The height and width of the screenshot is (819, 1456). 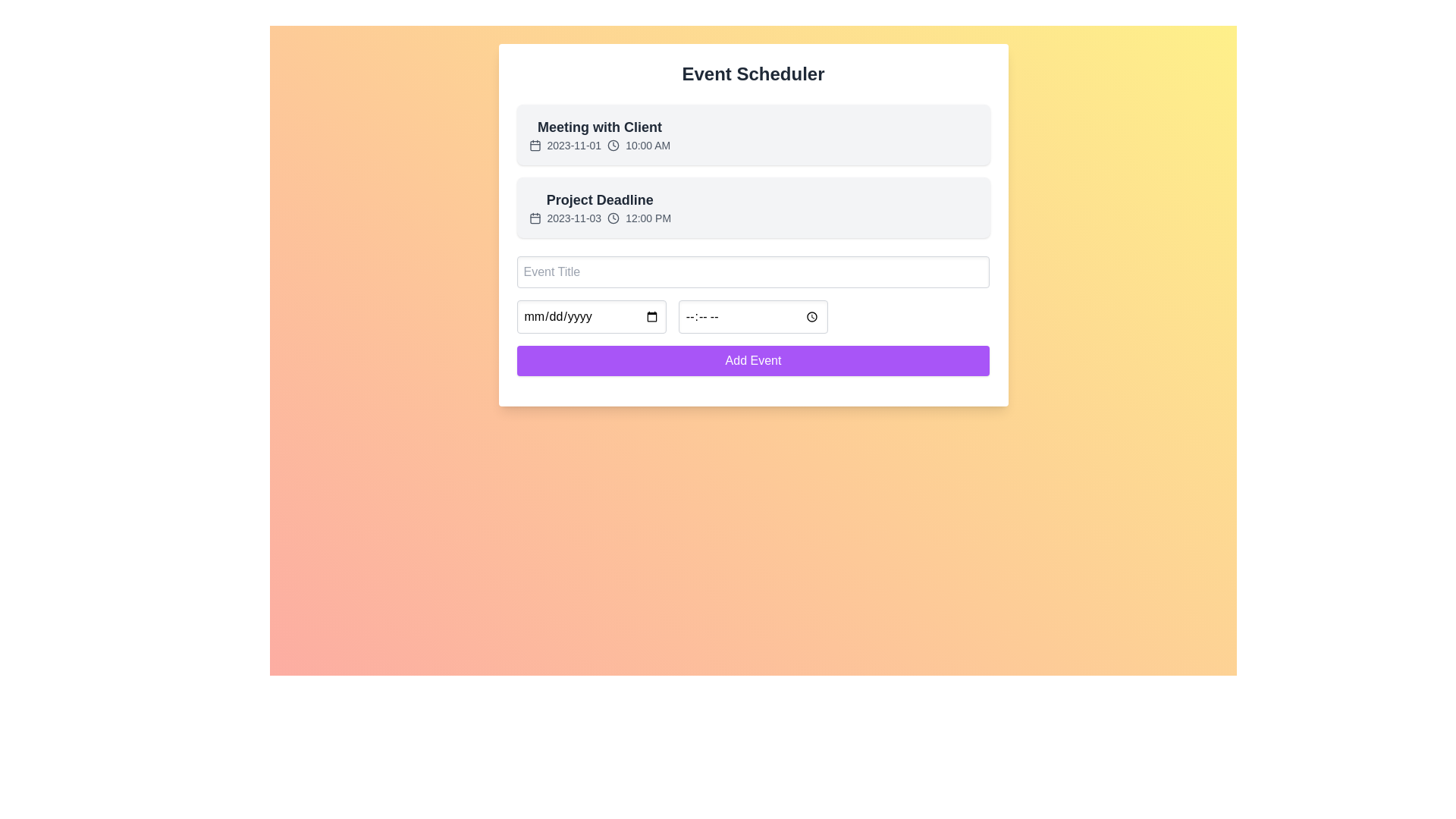 What do you see at coordinates (599, 218) in the screenshot?
I see `the text display element showing the scheduled time and date '2023-11-03 12:00 PM' with accompanying calendar and clock icons, located below the 'Project Deadline' label` at bounding box center [599, 218].